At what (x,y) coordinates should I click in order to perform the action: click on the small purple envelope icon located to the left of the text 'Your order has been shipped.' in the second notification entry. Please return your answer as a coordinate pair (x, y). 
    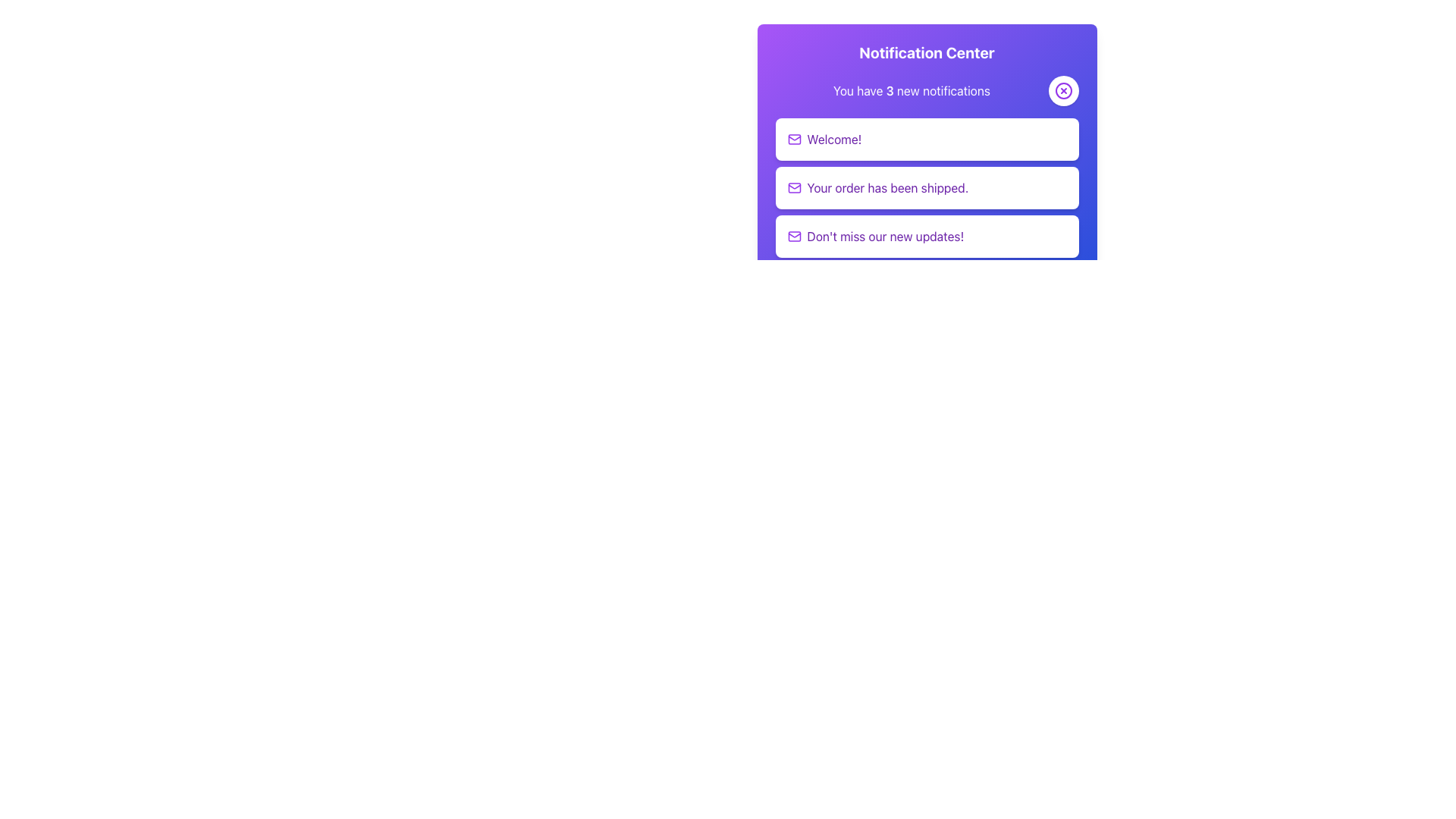
    Looking at the image, I should click on (793, 187).